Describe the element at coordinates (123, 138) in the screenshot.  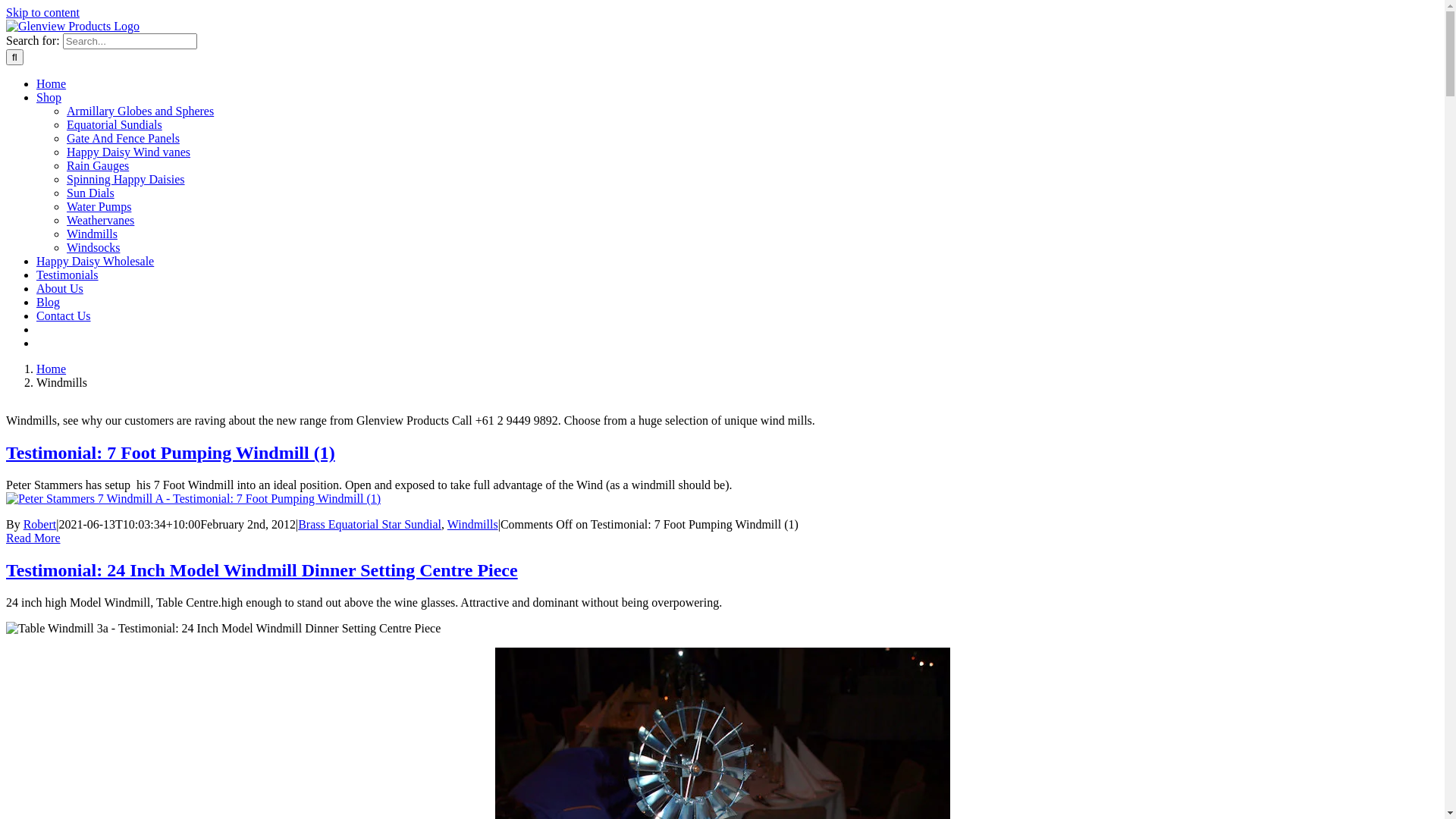
I see `'Gate And Fence Panels'` at that location.